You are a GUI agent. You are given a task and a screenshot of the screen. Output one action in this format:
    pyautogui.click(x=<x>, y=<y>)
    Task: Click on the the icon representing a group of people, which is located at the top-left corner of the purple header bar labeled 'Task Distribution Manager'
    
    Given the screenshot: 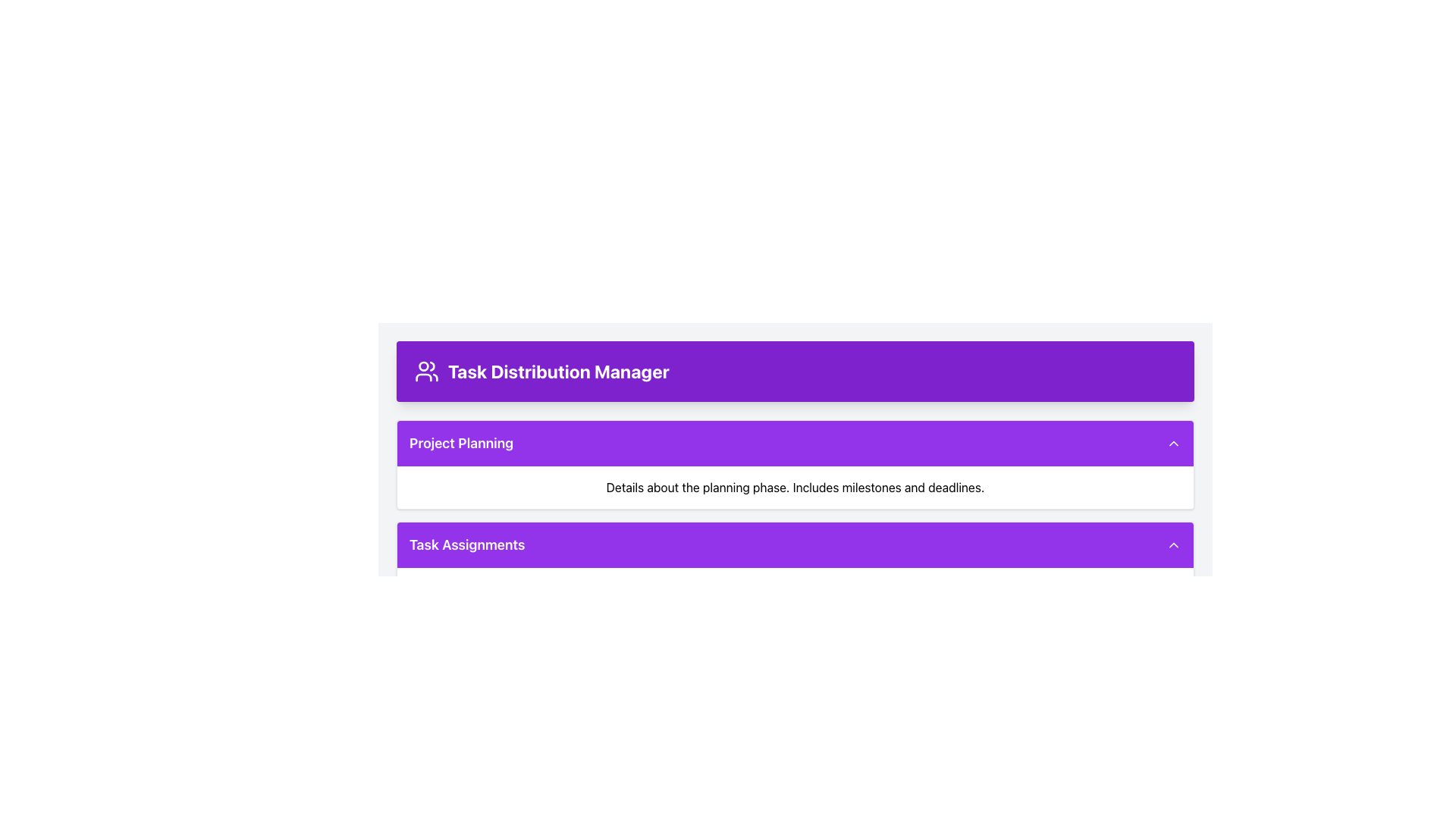 What is the action you would take?
    pyautogui.click(x=425, y=371)
    